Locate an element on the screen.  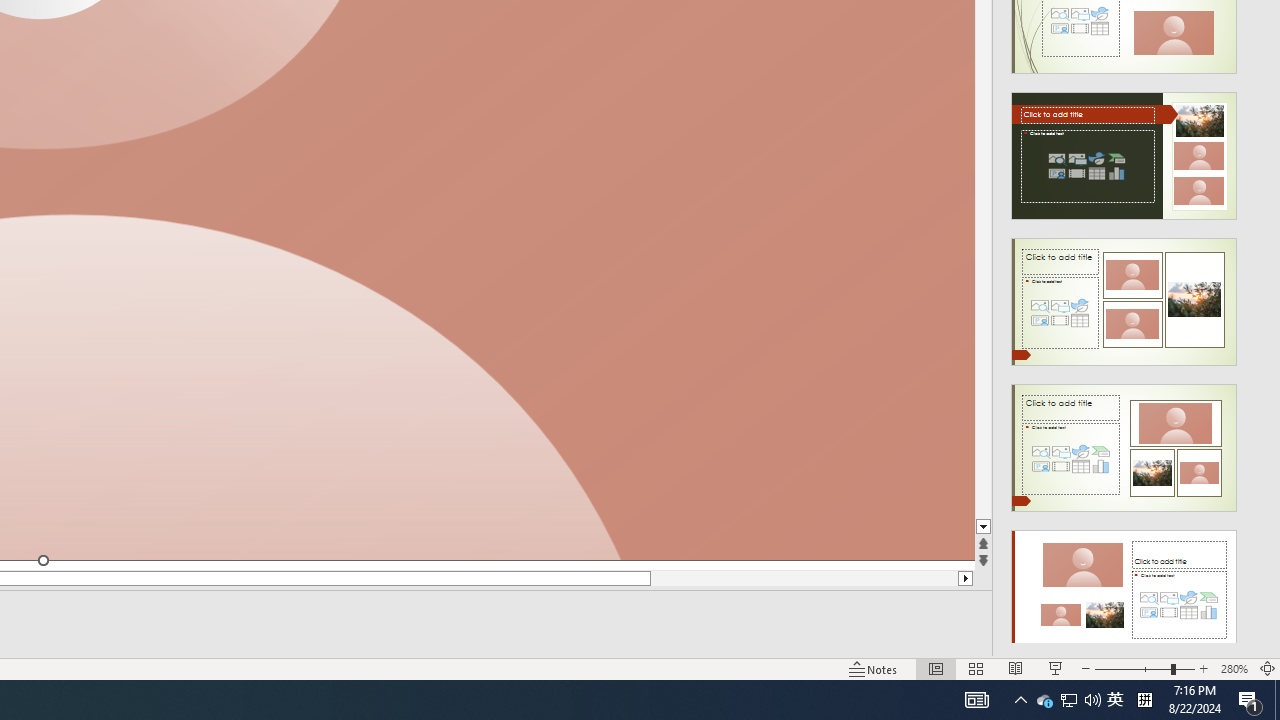
'Zoom 280%' is located at coordinates (1233, 669).